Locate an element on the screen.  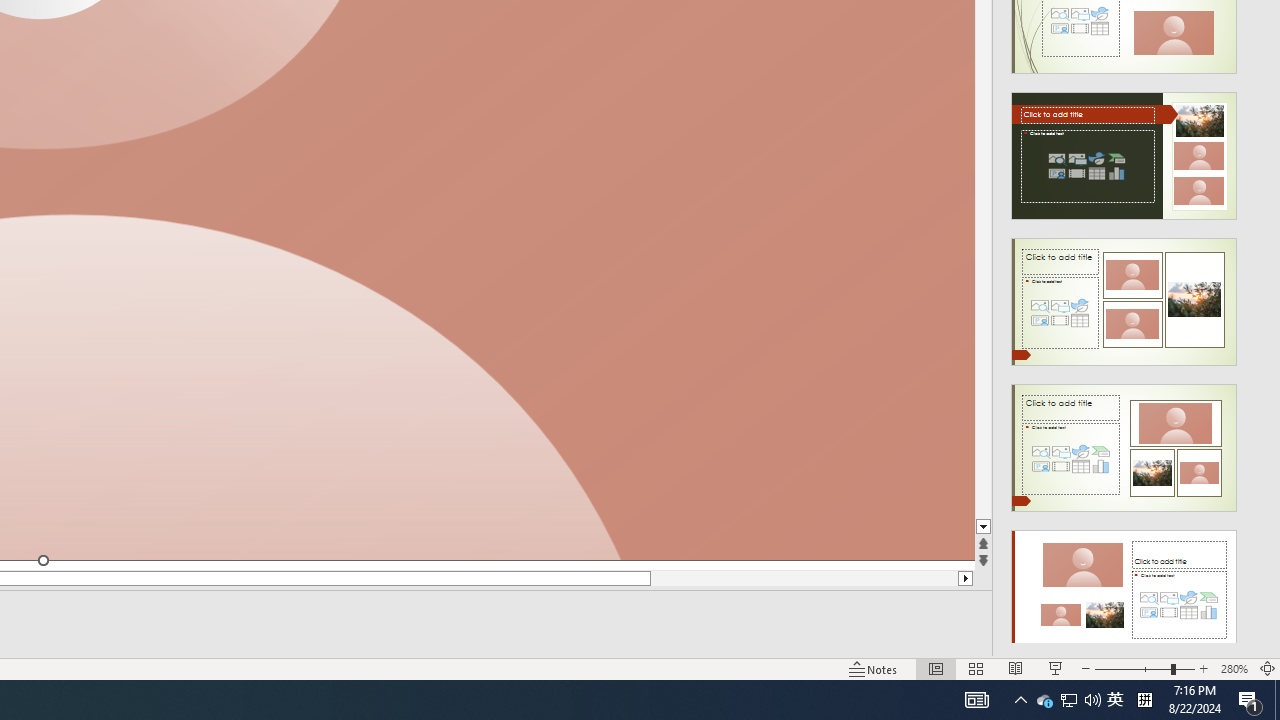
'Zoom 280%' is located at coordinates (1233, 669).